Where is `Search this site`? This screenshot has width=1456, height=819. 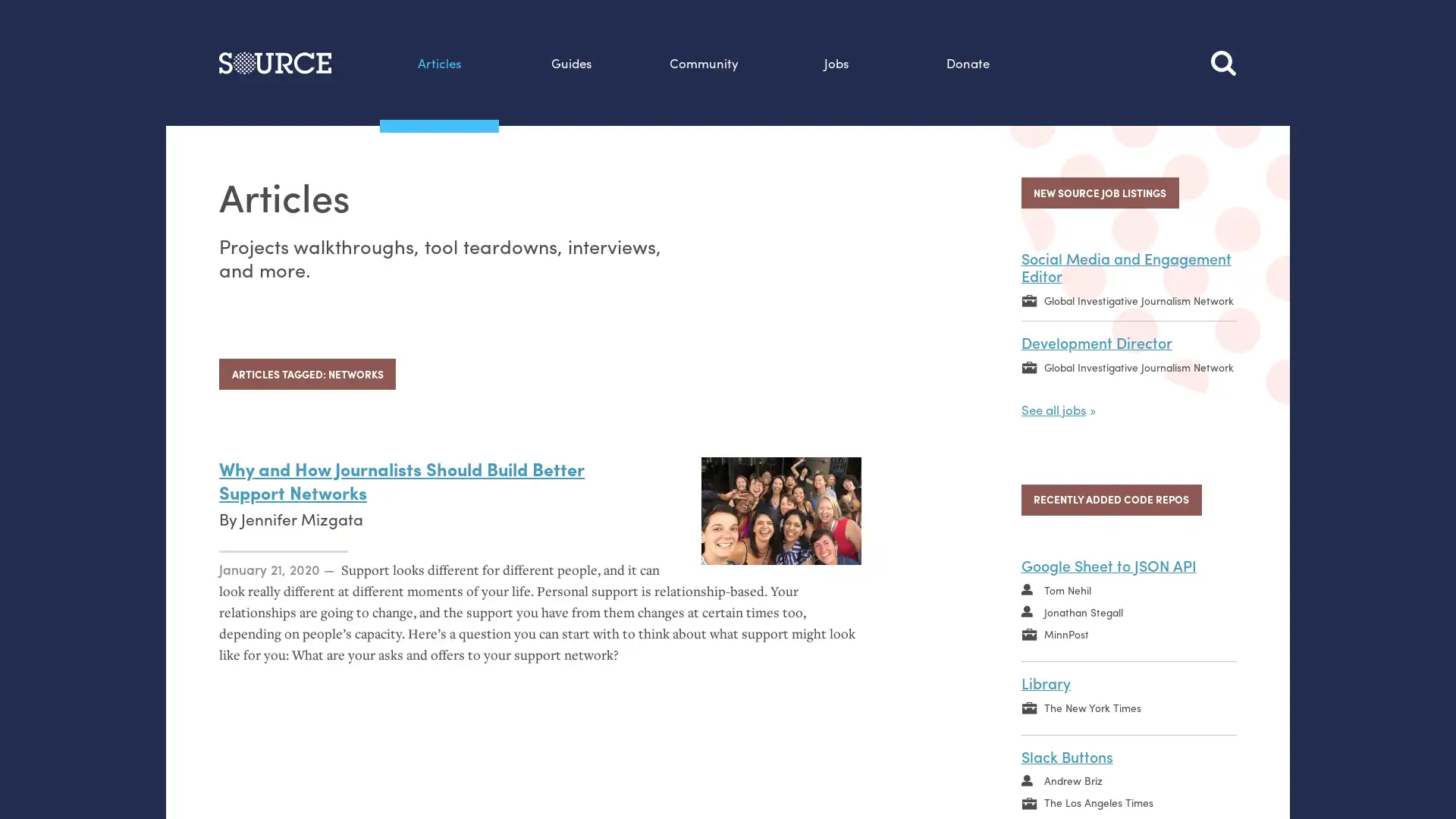
Search this site is located at coordinates (165, 125).